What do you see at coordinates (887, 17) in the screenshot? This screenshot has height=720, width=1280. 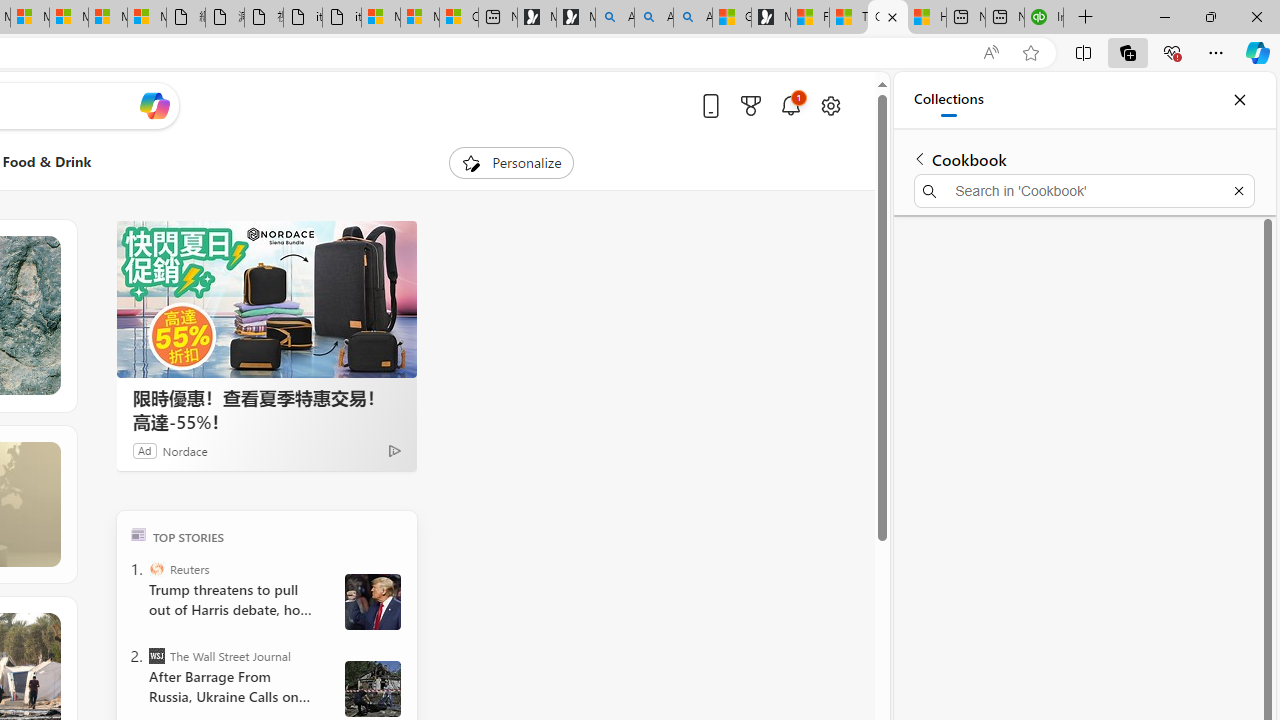 I see `'CNN - MSN'` at bounding box center [887, 17].